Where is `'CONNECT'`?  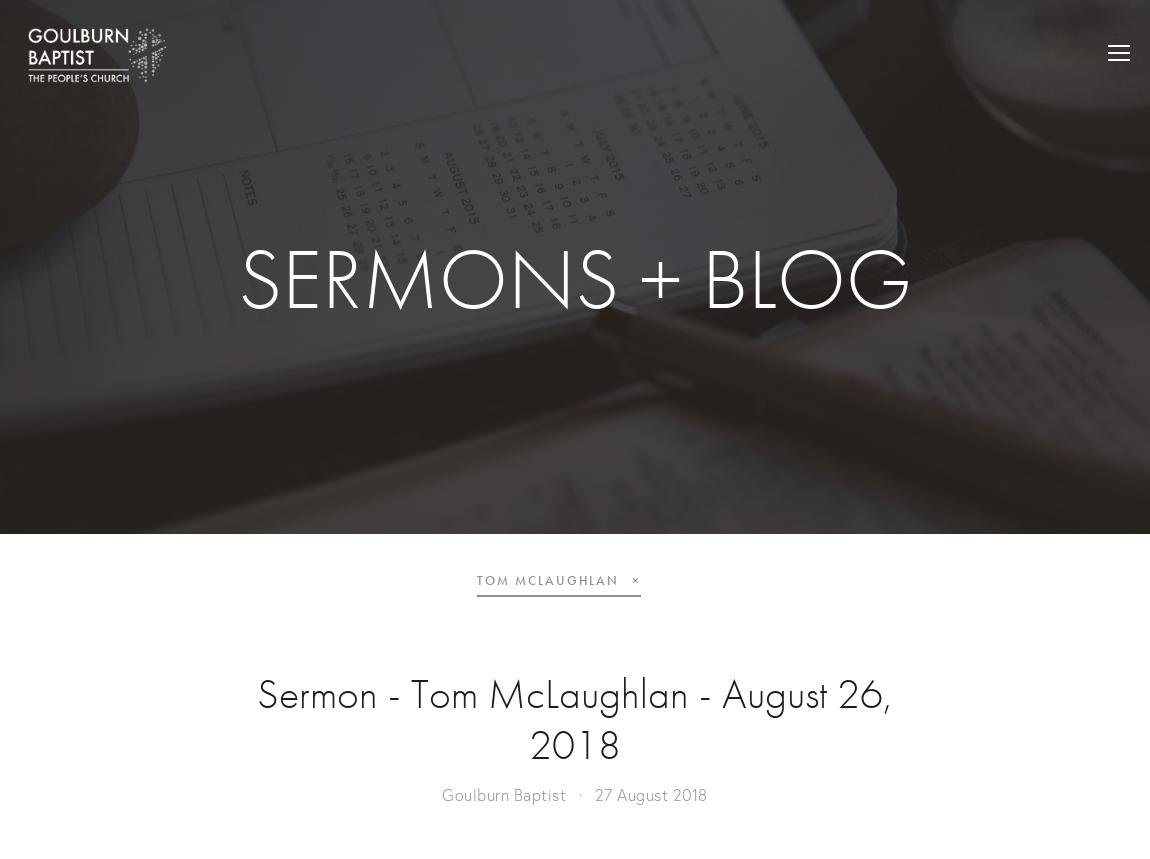 'CONNECT' is located at coordinates (962, 168).